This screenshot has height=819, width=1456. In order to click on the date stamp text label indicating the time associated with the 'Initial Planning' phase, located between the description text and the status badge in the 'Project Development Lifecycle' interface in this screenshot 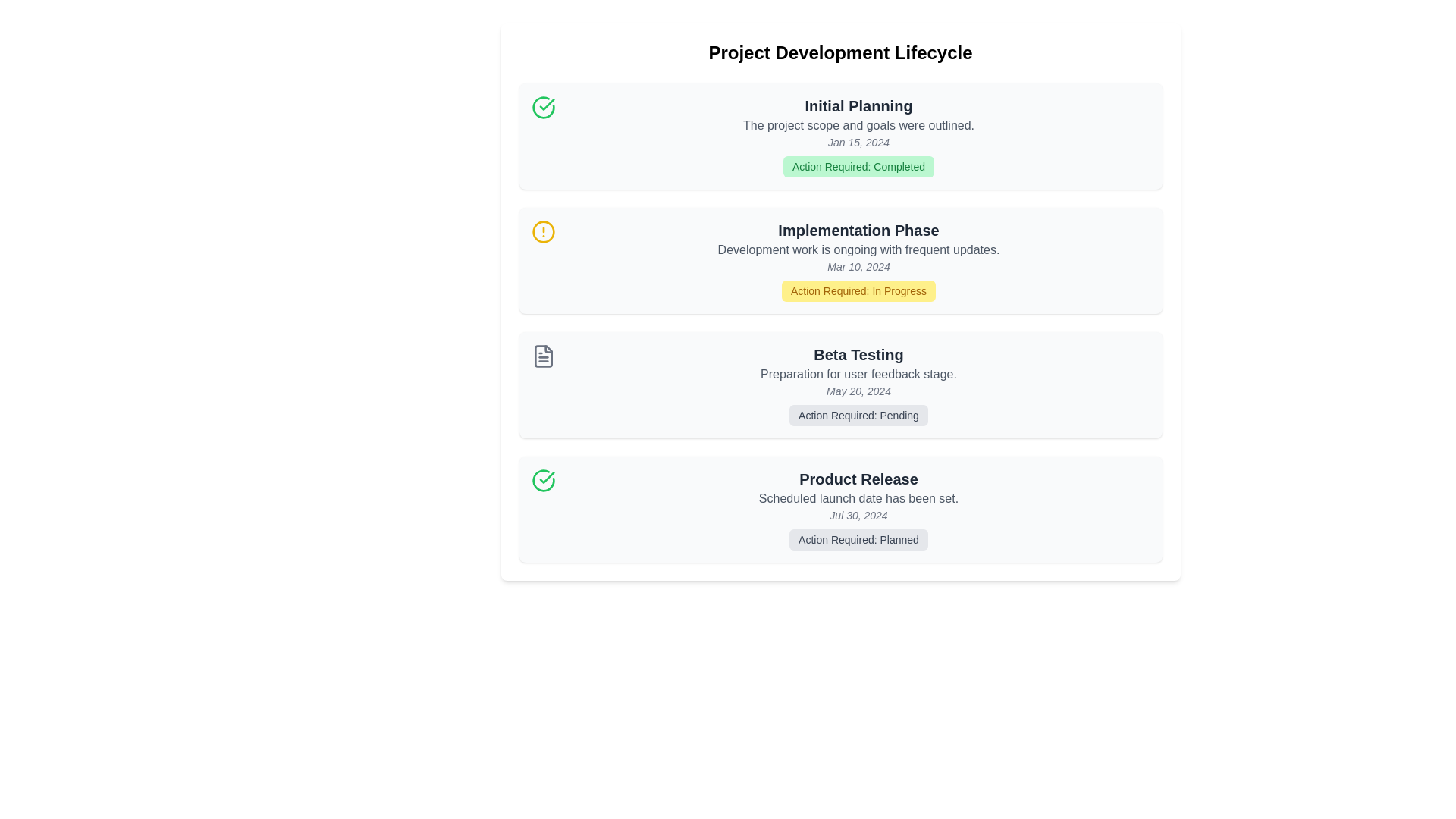, I will do `click(858, 143)`.